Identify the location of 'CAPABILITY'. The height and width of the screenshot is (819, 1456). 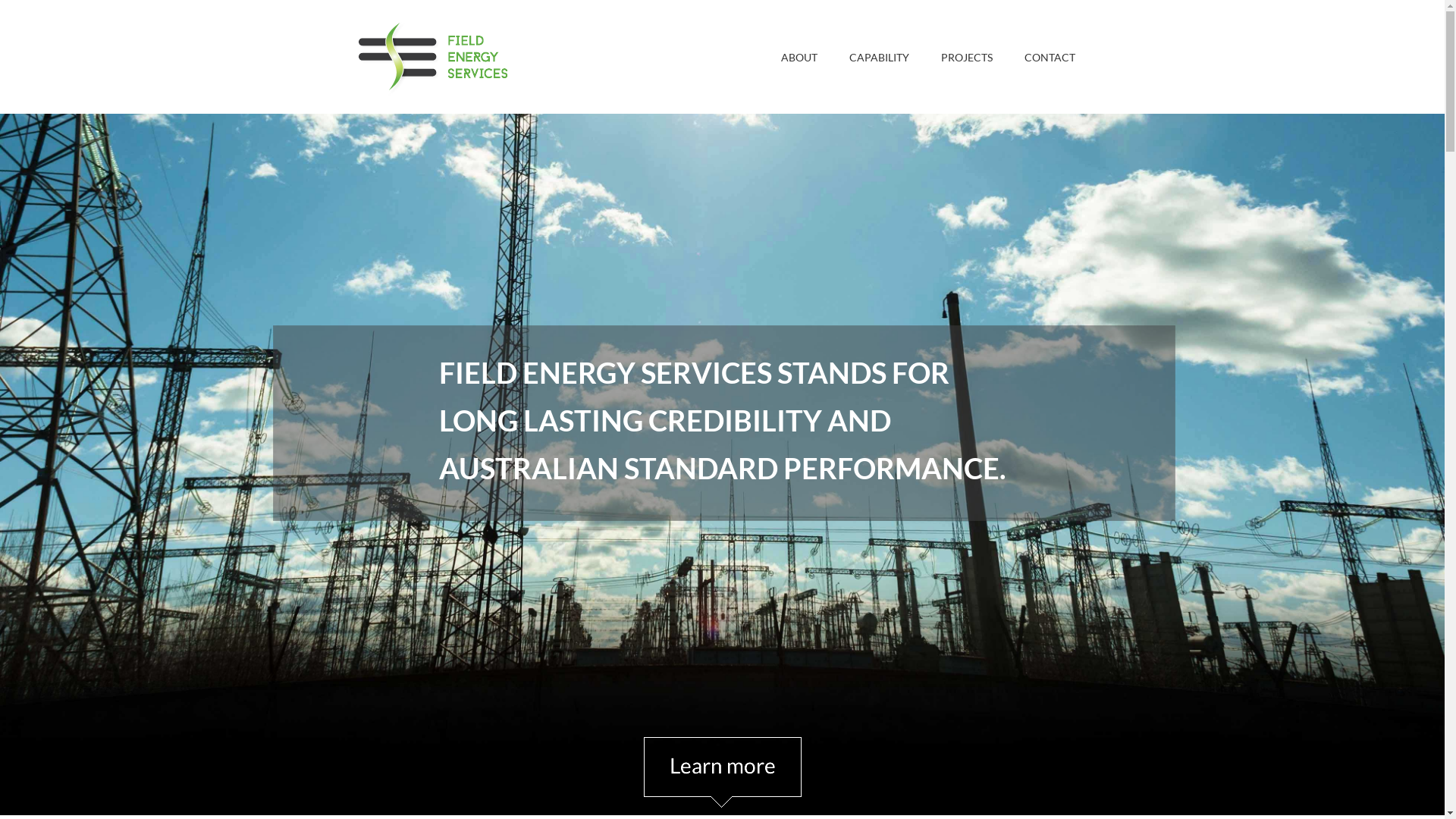
(837, 55).